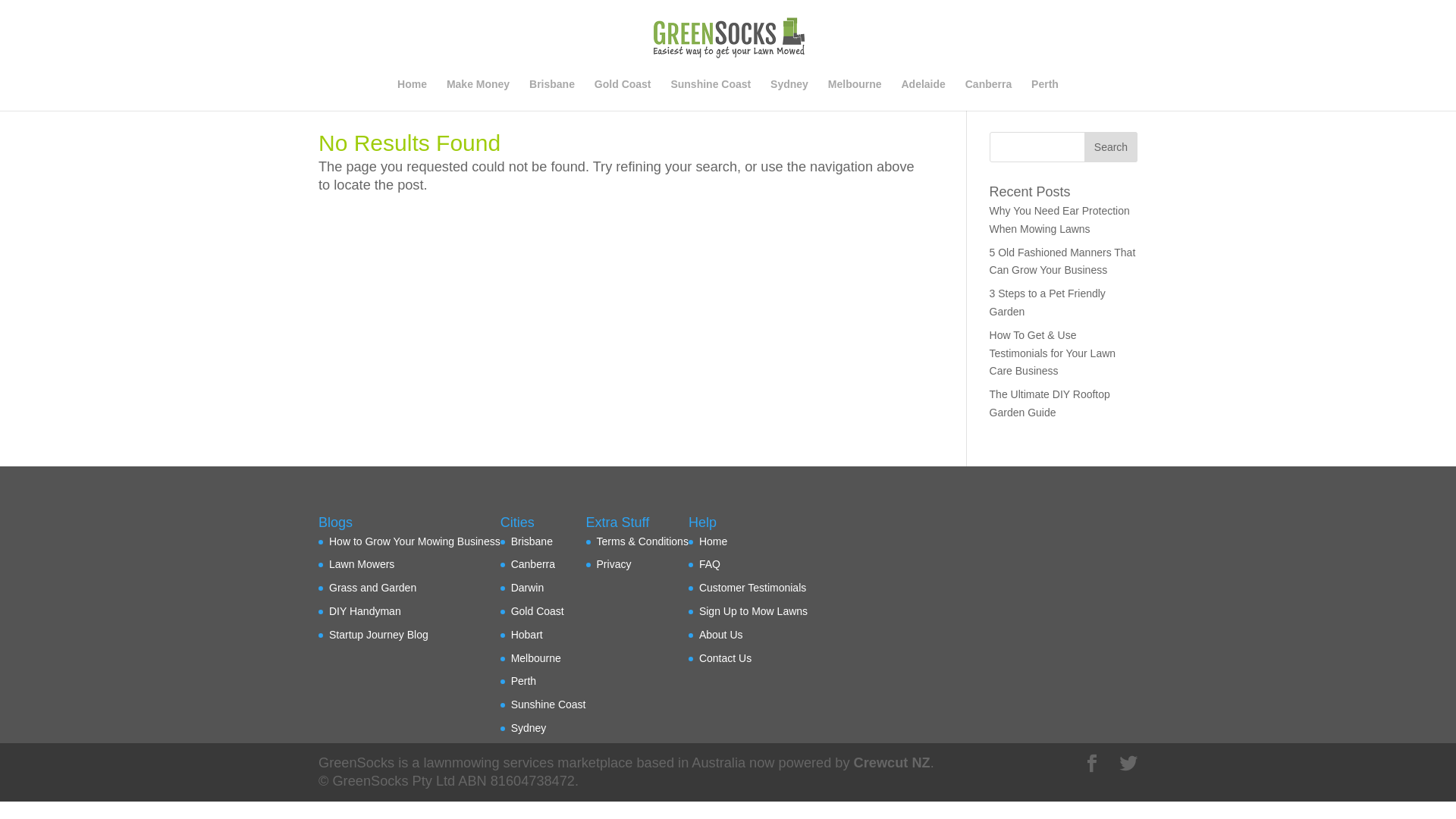 The image size is (1456, 819). I want to click on 'Darwin', so click(528, 587).